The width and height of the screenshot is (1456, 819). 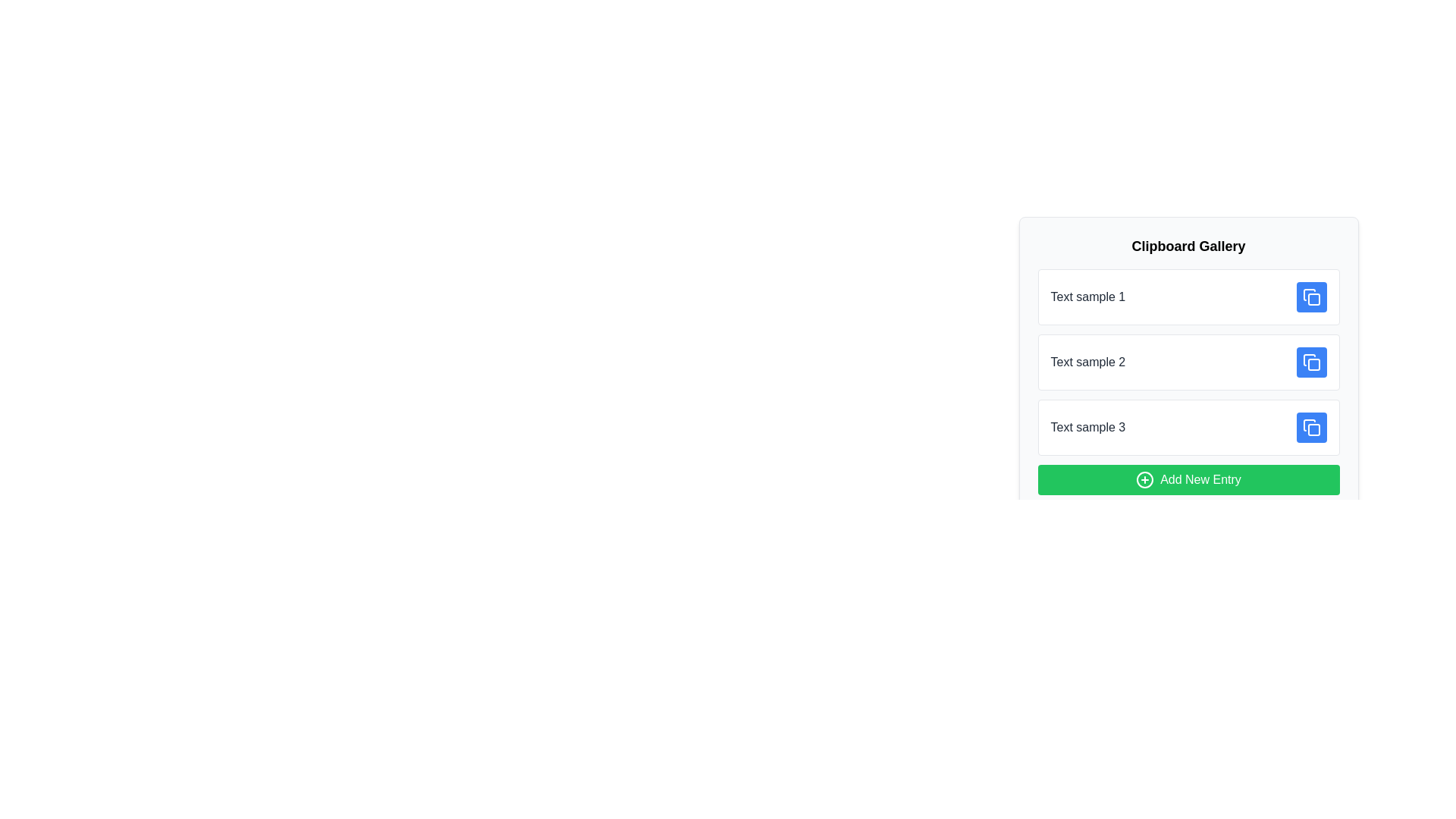 What do you see at coordinates (1310, 362) in the screenshot?
I see `the 'copy' button, which is the second button in a vertical group adjacent to 'Text sample 2'` at bounding box center [1310, 362].